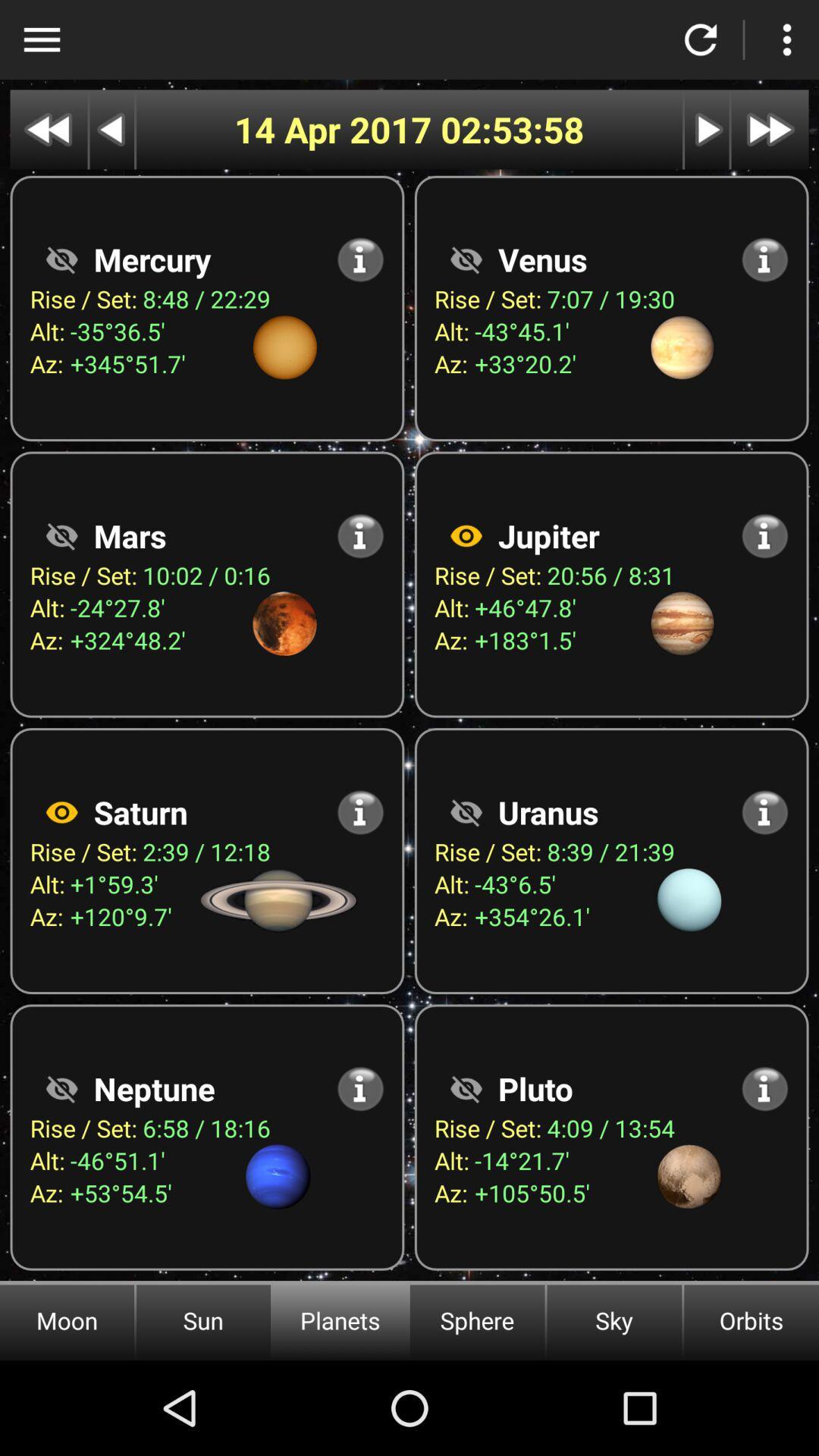  I want to click on information, so click(360, 811).